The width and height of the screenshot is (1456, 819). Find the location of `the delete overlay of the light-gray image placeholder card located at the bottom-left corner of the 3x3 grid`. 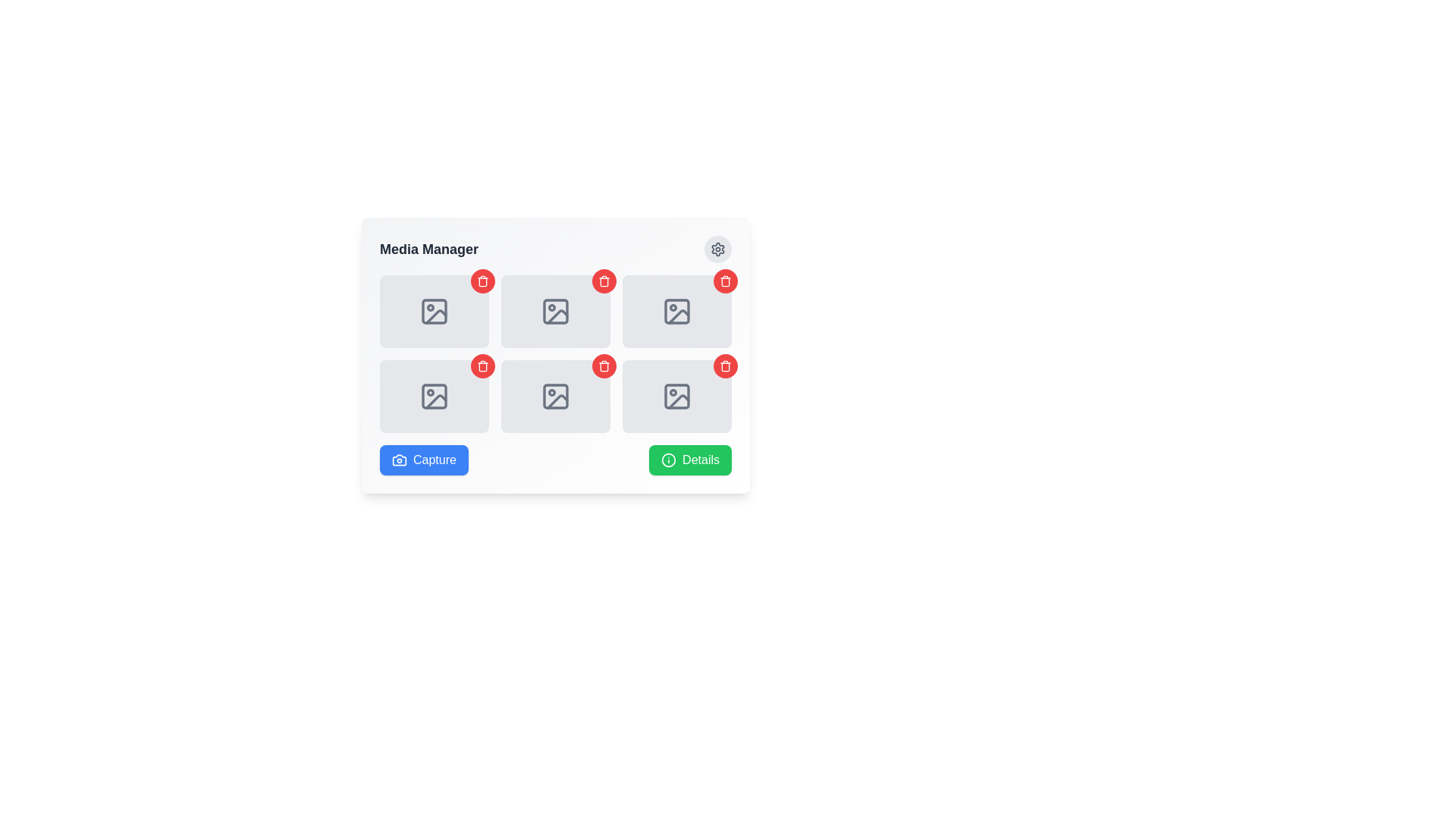

the delete overlay of the light-gray image placeholder card located at the bottom-left corner of the 3x3 grid is located at coordinates (433, 396).